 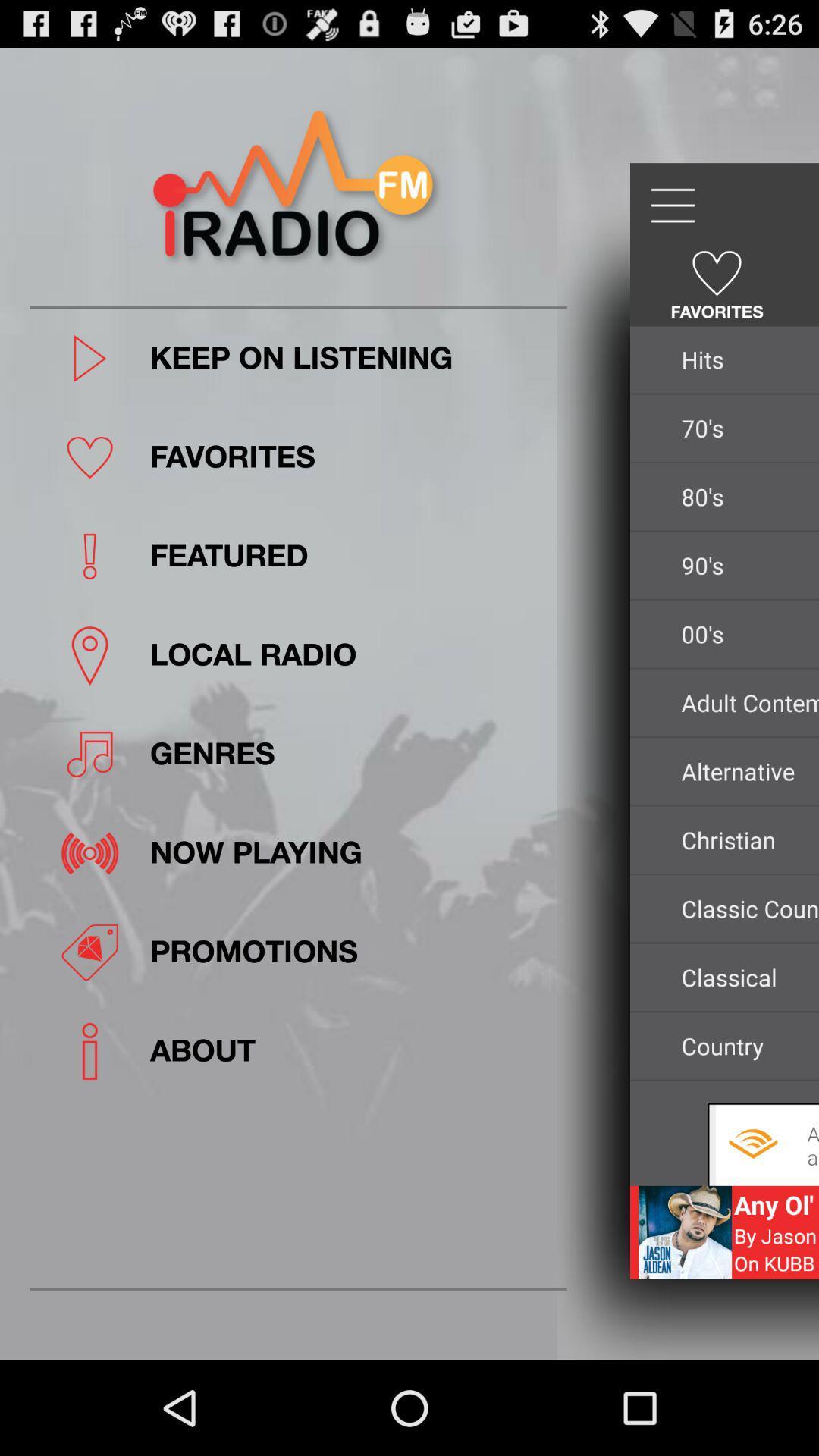 I want to click on icon below the 00's app, so click(x=745, y=701).